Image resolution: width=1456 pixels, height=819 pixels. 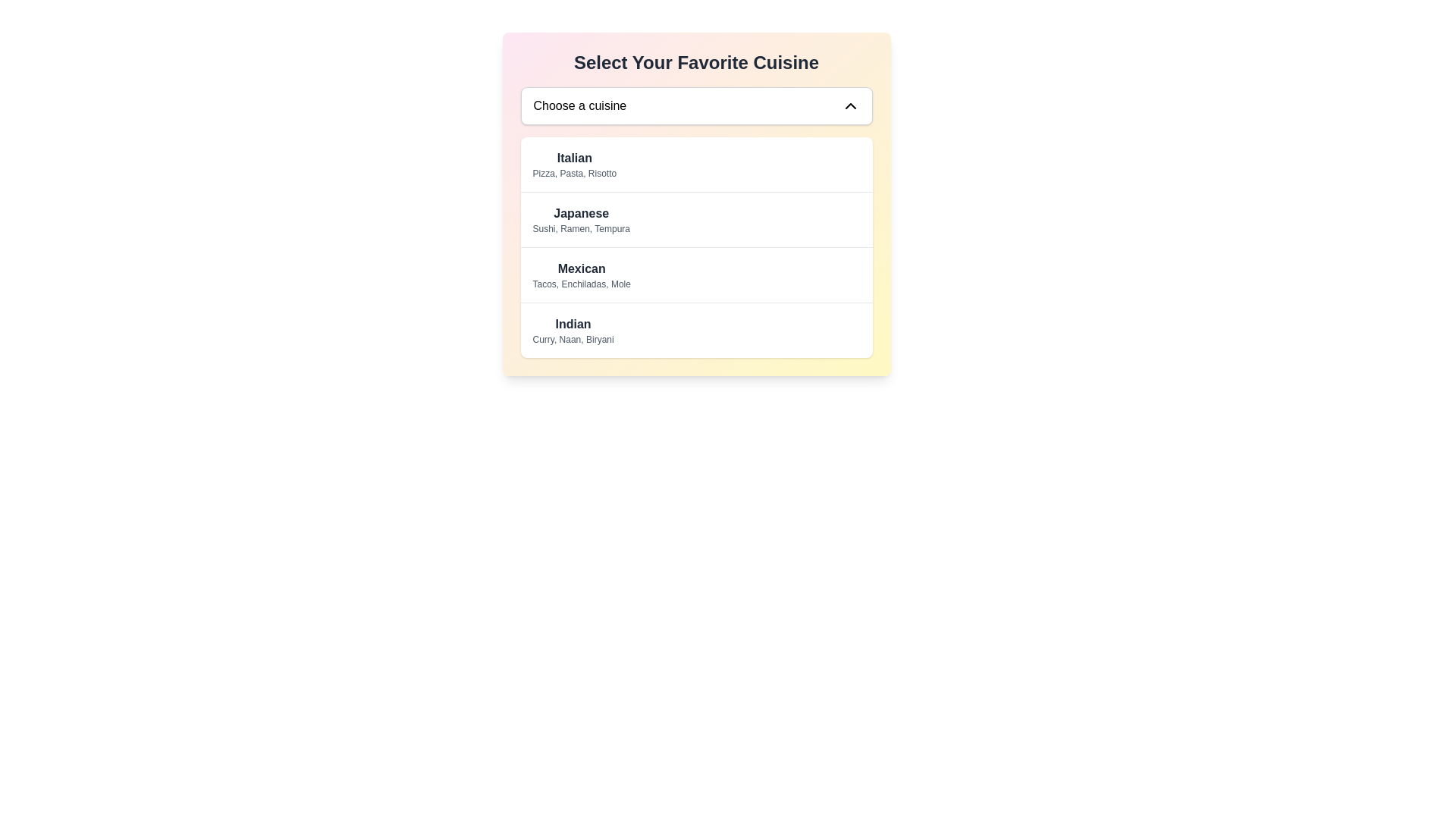 I want to click on the list item displaying 'Indian', so click(x=695, y=329).